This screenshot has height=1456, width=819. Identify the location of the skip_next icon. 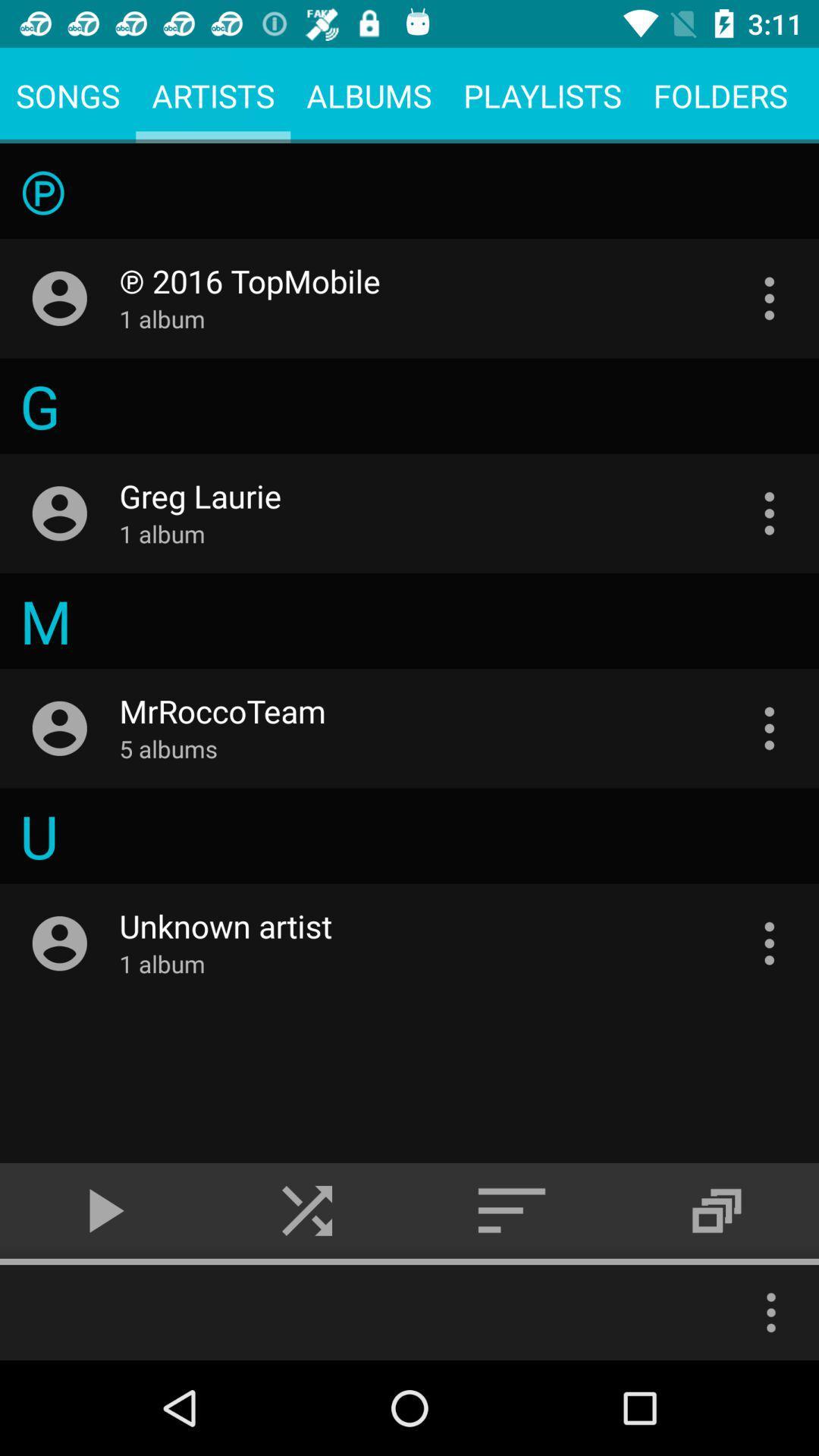
(307, 1210).